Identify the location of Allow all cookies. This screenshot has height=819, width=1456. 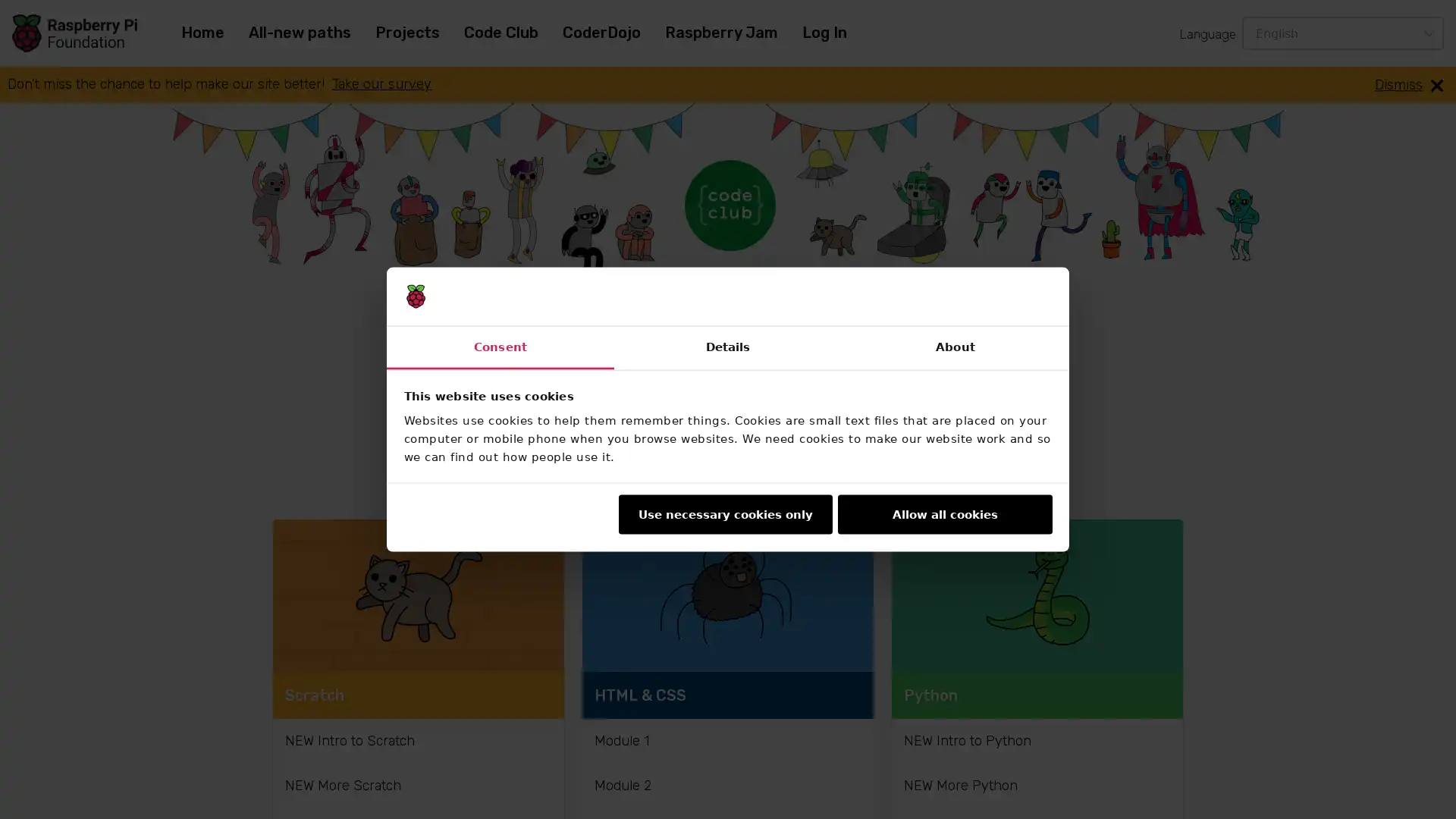
(944, 513).